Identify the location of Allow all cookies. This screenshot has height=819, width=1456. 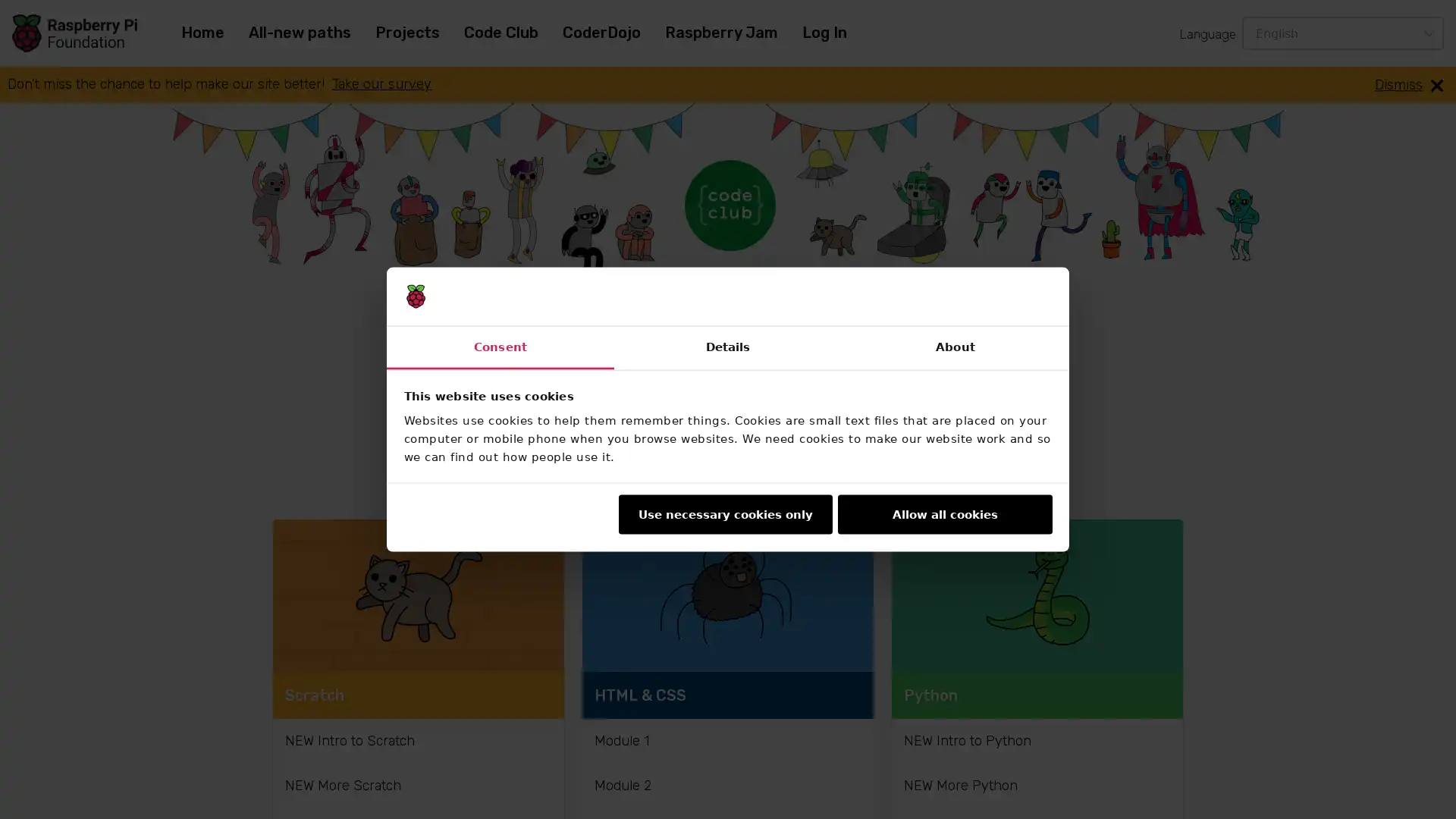
(944, 513).